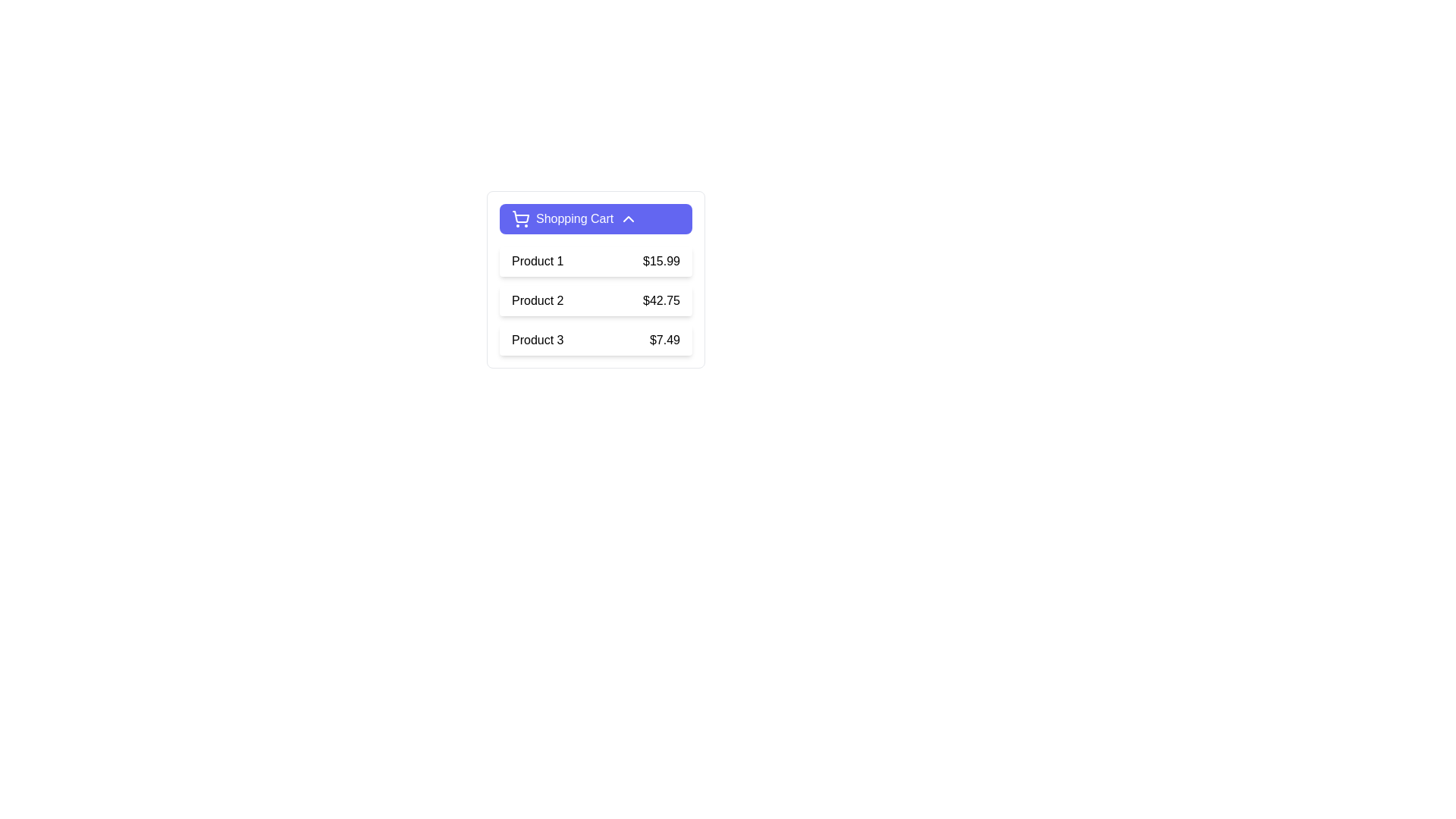 This screenshot has height=819, width=1456. Describe the element at coordinates (665, 339) in the screenshot. I see `price displayed as '$7.49', which is the static text located to the right of 'Product 3' in the shopping list card` at that location.